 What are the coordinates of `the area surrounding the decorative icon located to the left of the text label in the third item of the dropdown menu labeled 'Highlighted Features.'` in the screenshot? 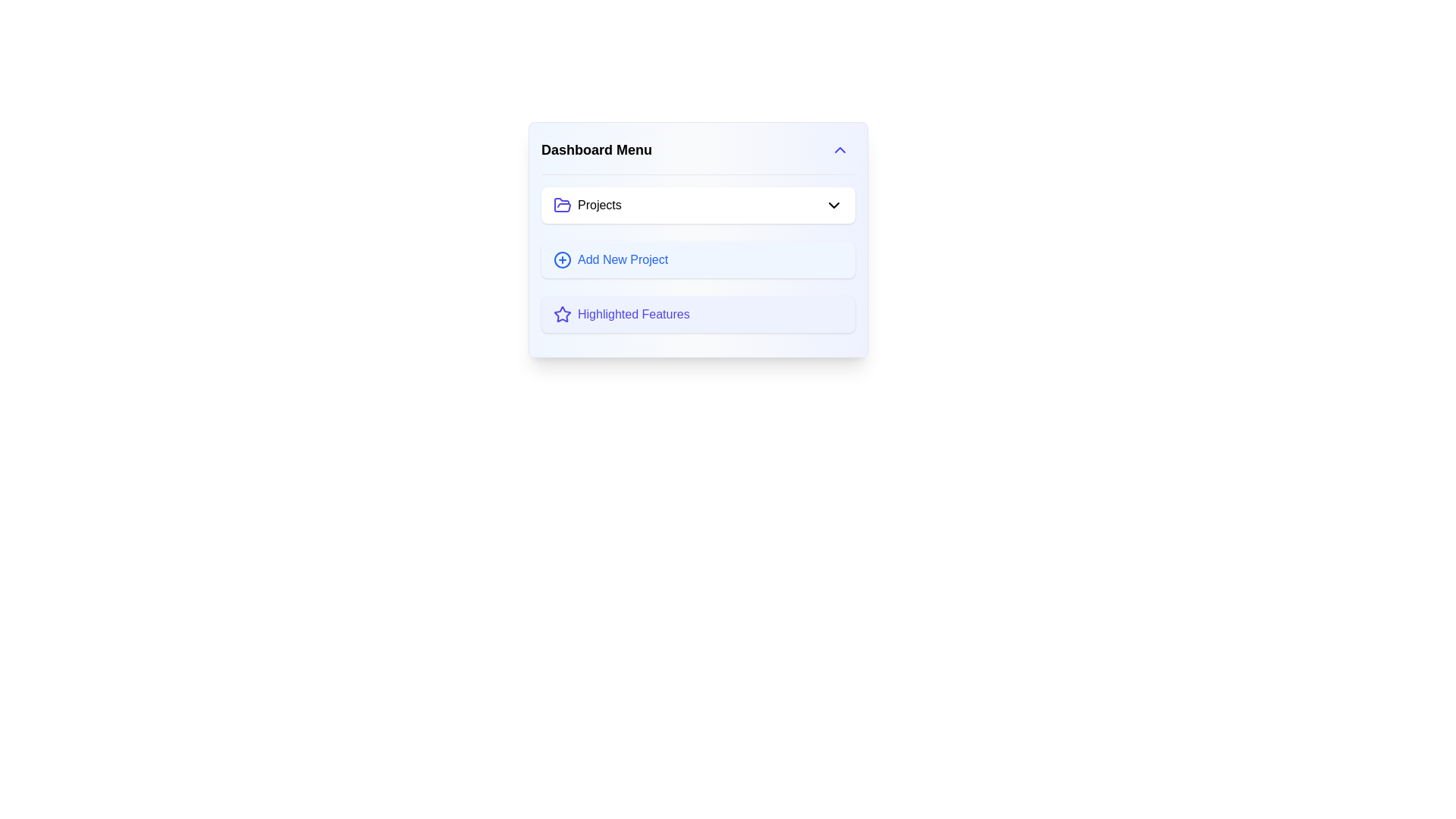 It's located at (562, 314).